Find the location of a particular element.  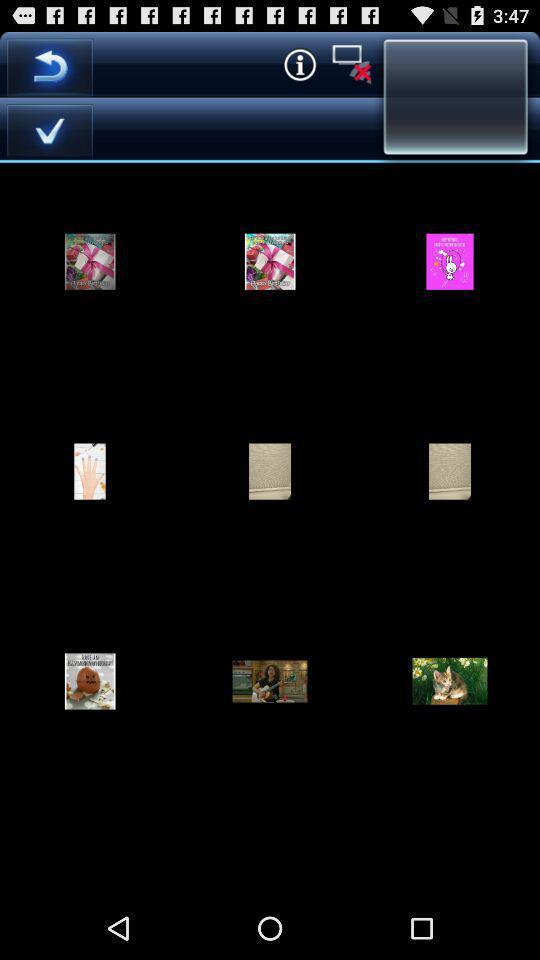

the undo icon is located at coordinates (50, 71).